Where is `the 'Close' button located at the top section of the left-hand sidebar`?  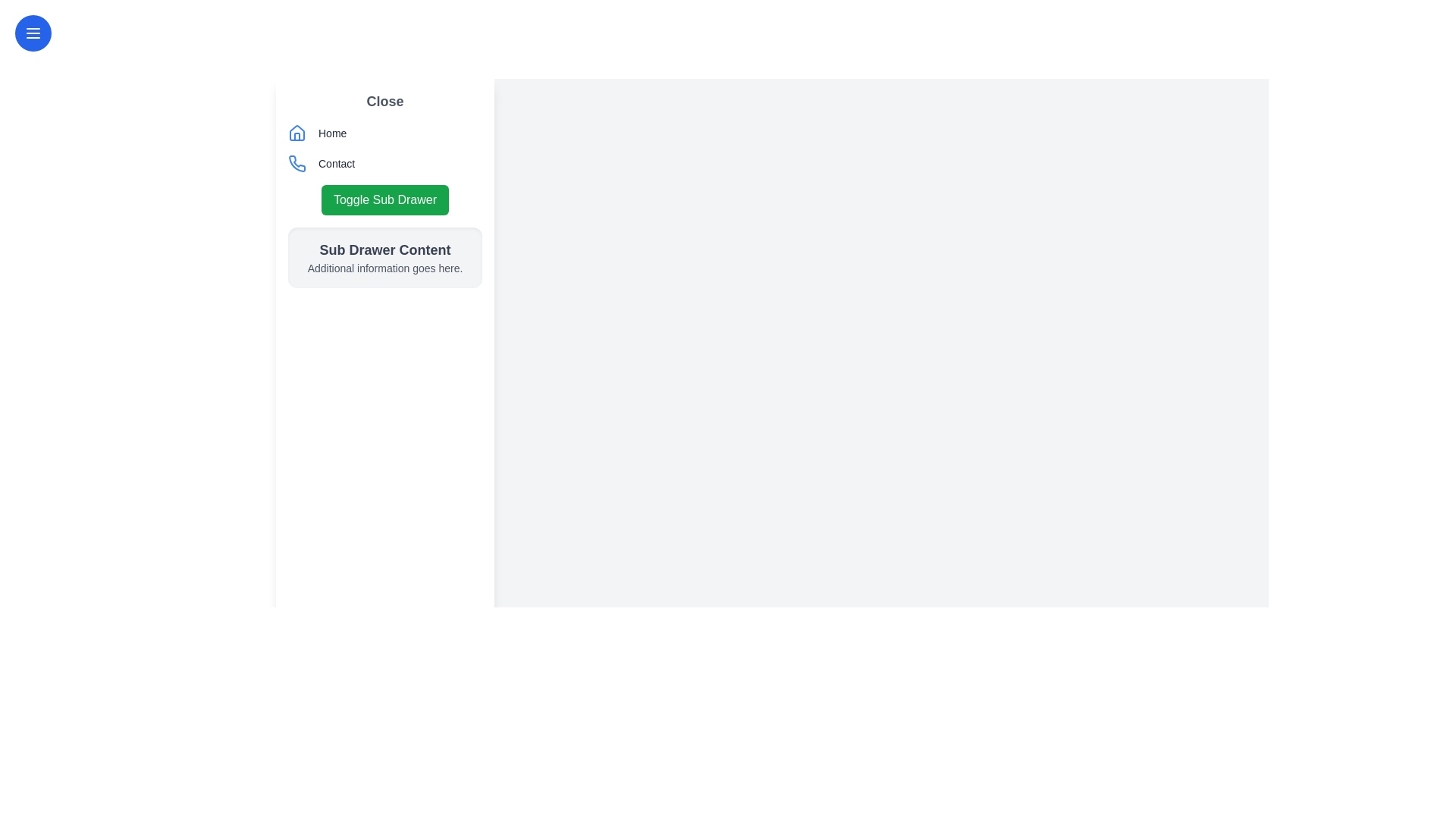
the 'Close' button located at the top section of the left-hand sidebar is located at coordinates (385, 102).